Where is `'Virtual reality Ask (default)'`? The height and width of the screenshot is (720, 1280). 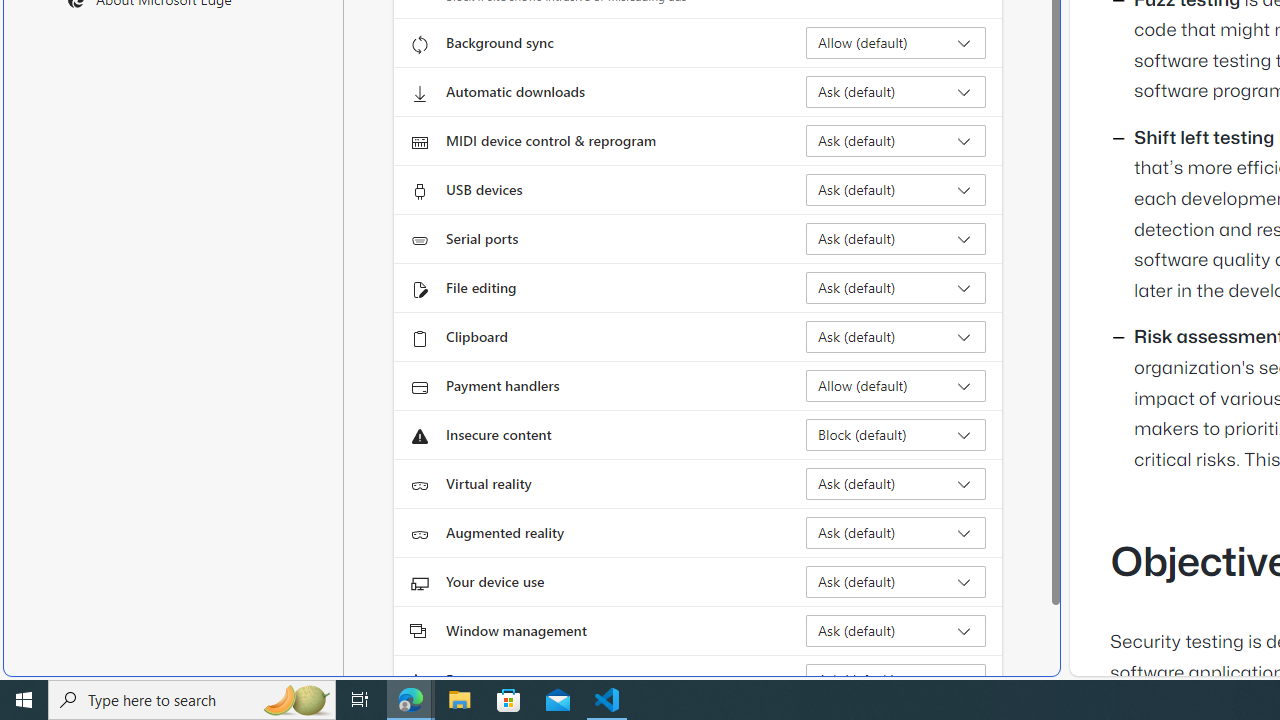
'Virtual reality Ask (default)' is located at coordinates (895, 483).